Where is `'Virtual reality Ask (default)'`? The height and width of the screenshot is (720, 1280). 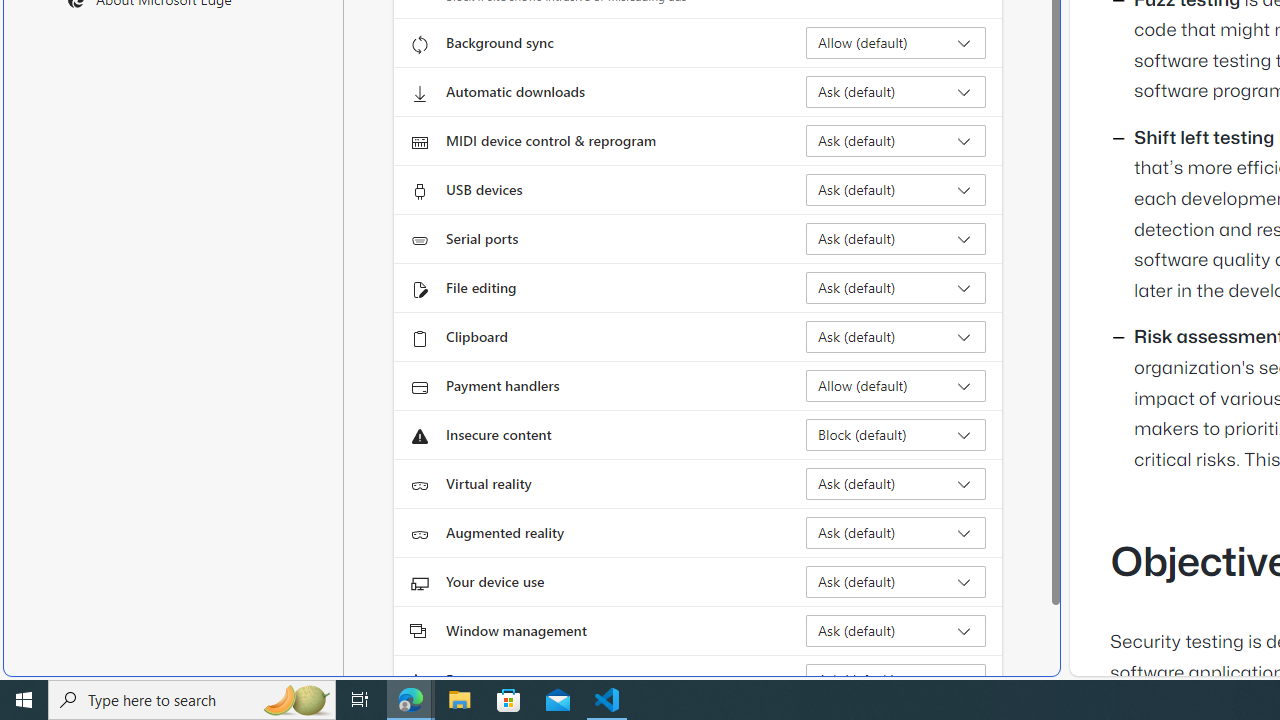
'Virtual reality Ask (default)' is located at coordinates (895, 483).